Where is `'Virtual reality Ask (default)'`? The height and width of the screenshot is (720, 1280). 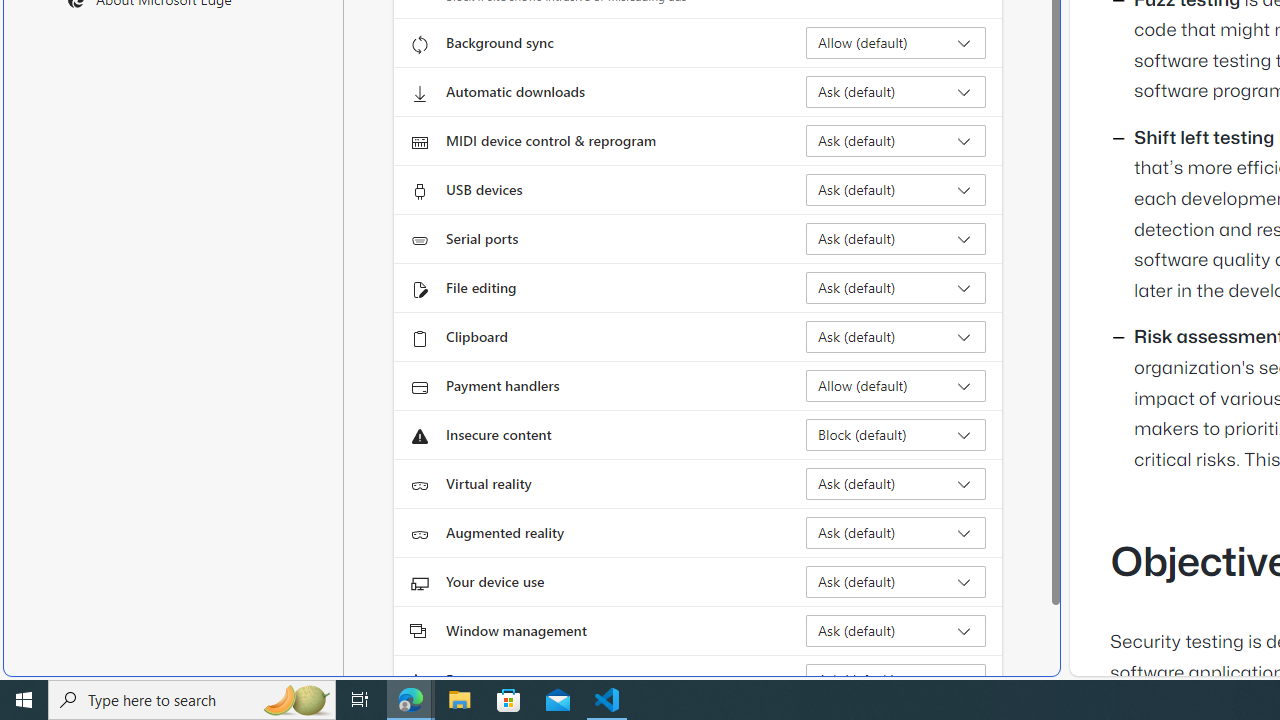
'Virtual reality Ask (default)' is located at coordinates (895, 483).